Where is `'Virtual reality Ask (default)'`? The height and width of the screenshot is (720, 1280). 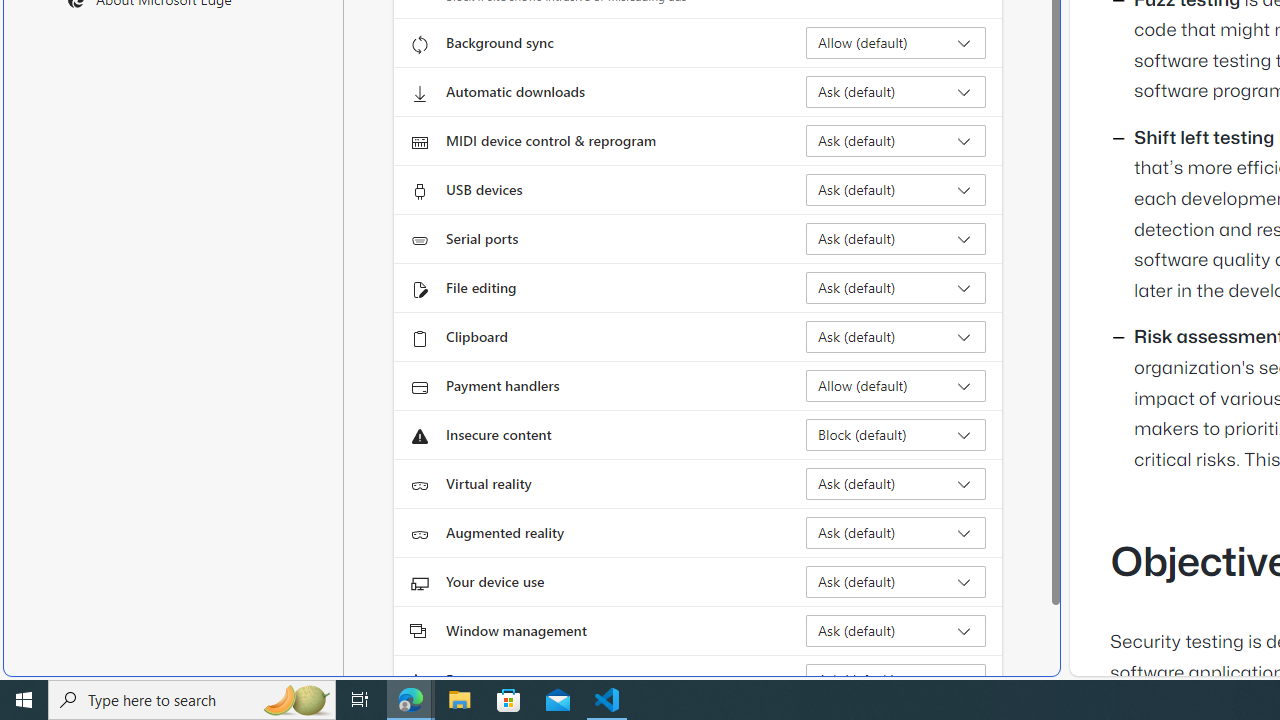
'Virtual reality Ask (default)' is located at coordinates (895, 483).